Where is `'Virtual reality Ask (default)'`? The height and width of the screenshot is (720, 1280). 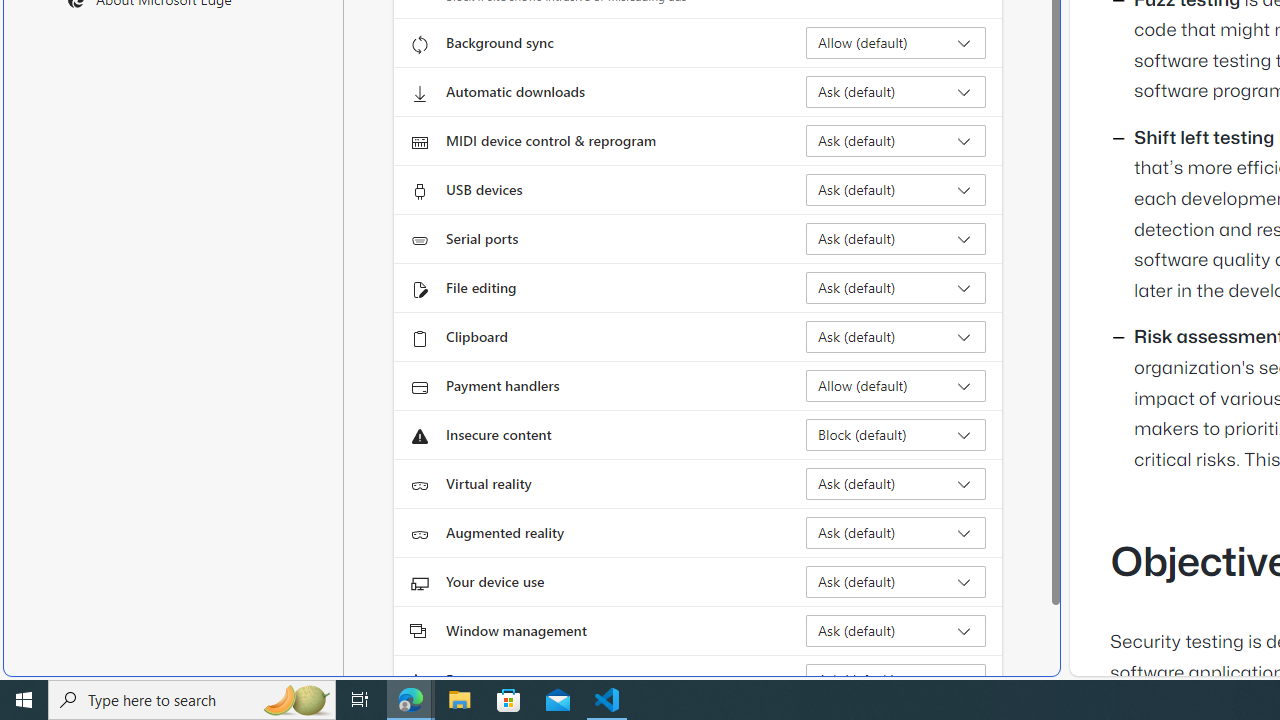
'Virtual reality Ask (default)' is located at coordinates (895, 483).